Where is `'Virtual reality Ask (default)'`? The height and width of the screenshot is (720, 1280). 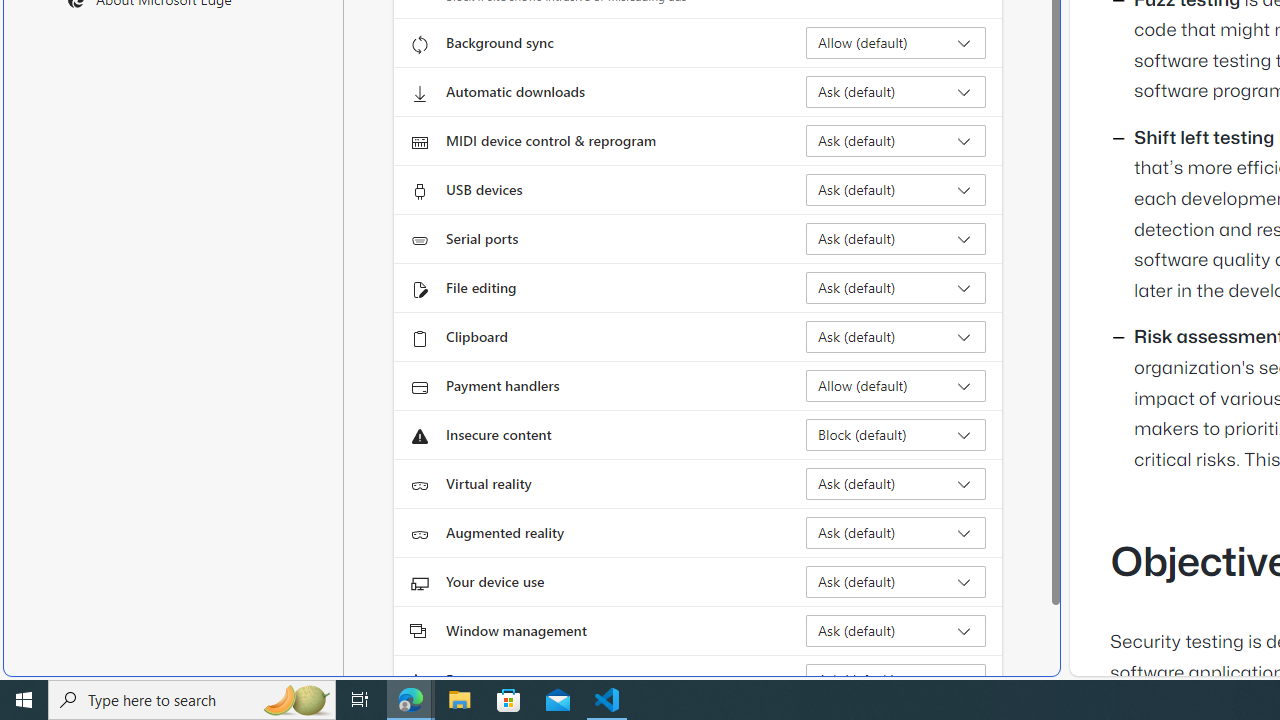
'Virtual reality Ask (default)' is located at coordinates (895, 483).